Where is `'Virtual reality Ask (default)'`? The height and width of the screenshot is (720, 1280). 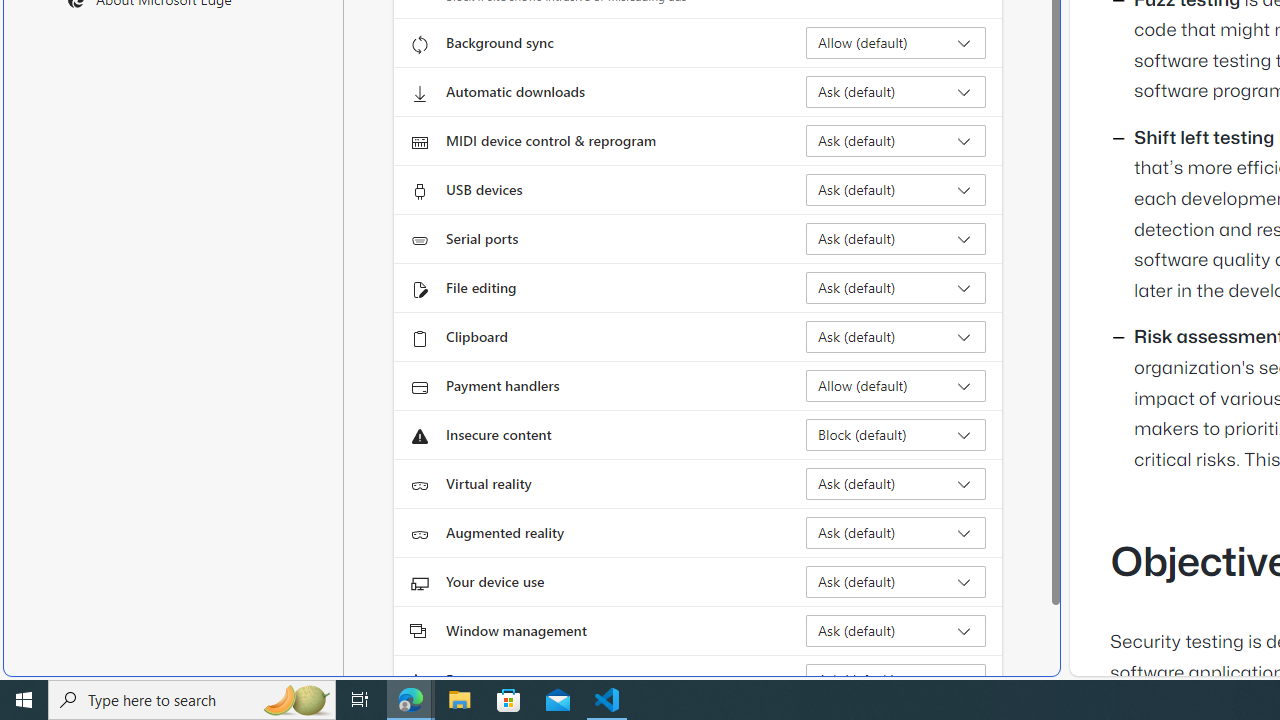
'Virtual reality Ask (default)' is located at coordinates (895, 483).